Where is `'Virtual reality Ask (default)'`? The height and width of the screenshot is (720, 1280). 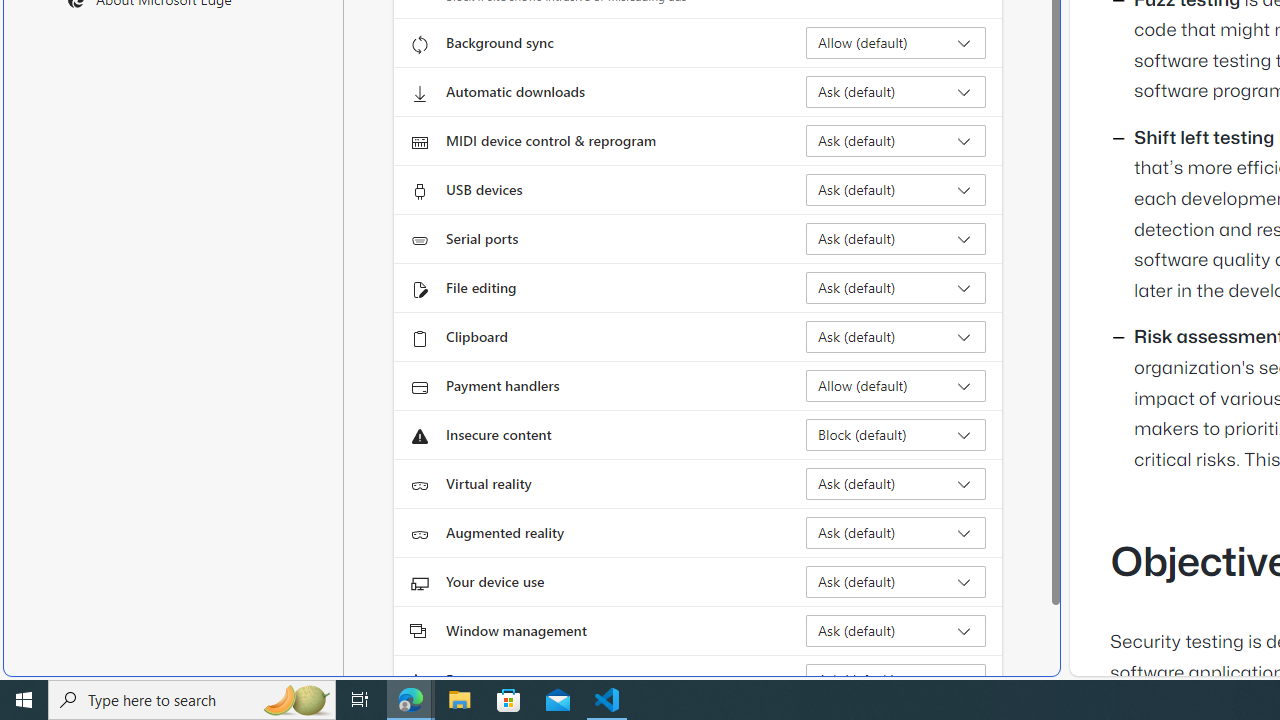
'Virtual reality Ask (default)' is located at coordinates (895, 483).